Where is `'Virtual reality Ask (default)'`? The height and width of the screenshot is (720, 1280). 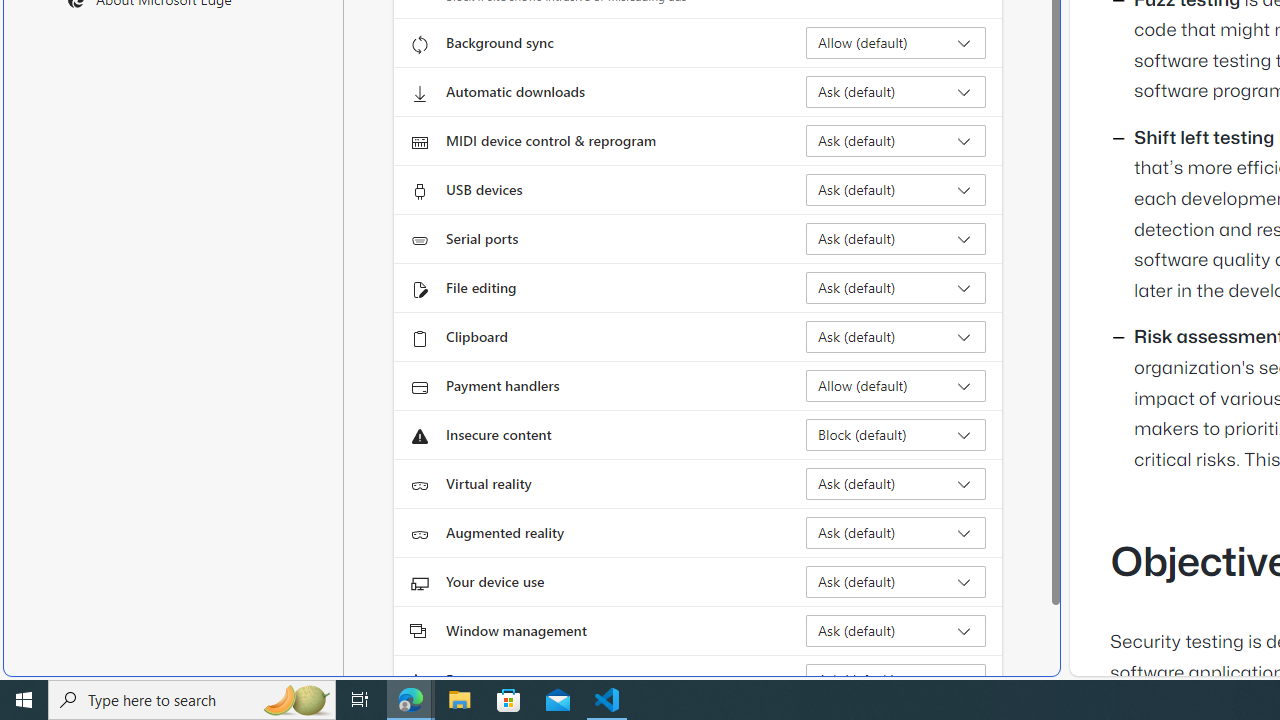
'Virtual reality Ask (default)' is located at coordinates (895, 483).